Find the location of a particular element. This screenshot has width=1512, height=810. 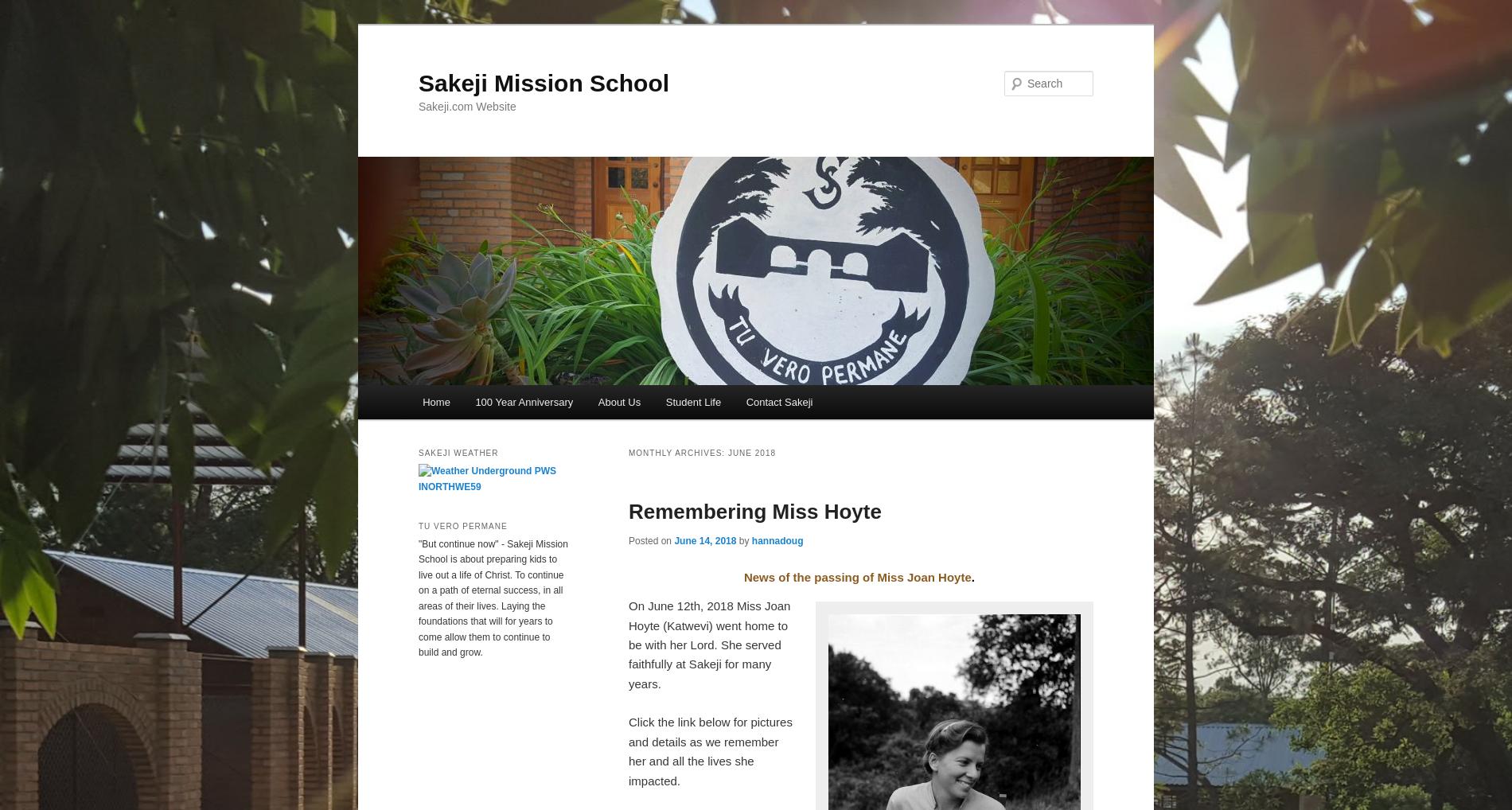

'TU VERO PERMANE' is located at coordinates (462, 524).